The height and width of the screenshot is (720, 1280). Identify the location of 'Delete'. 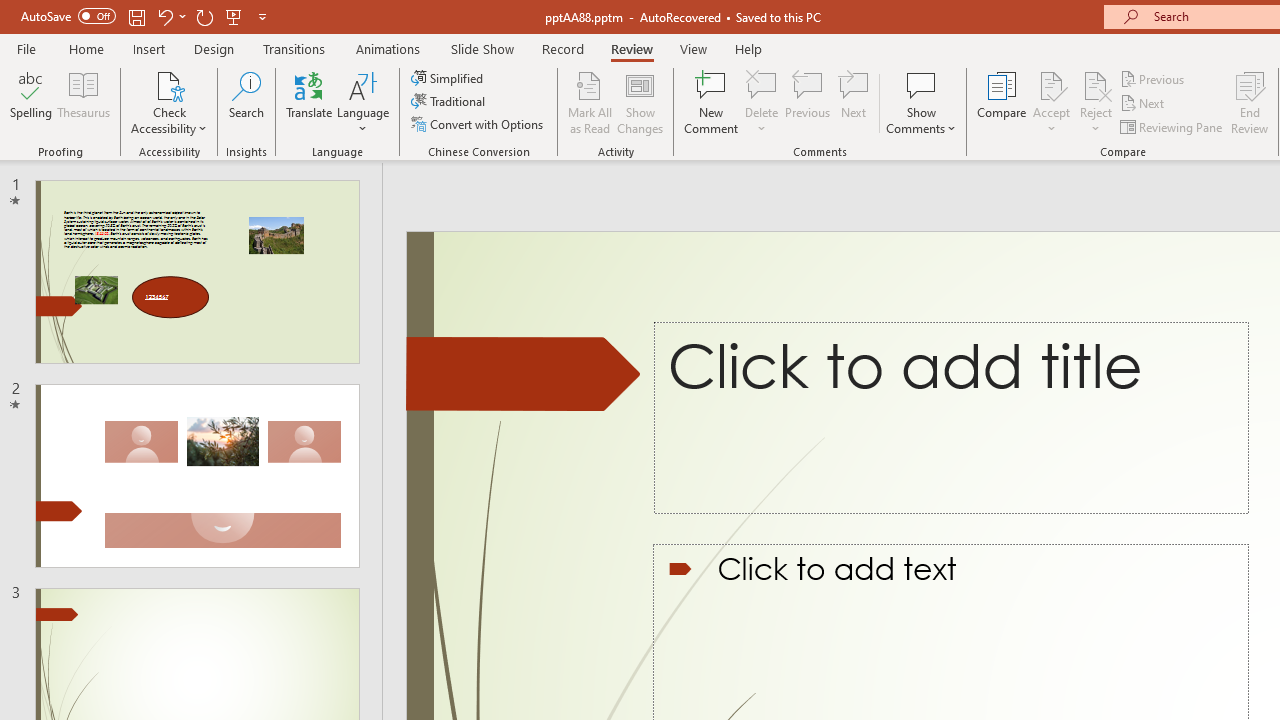
(761, 84).